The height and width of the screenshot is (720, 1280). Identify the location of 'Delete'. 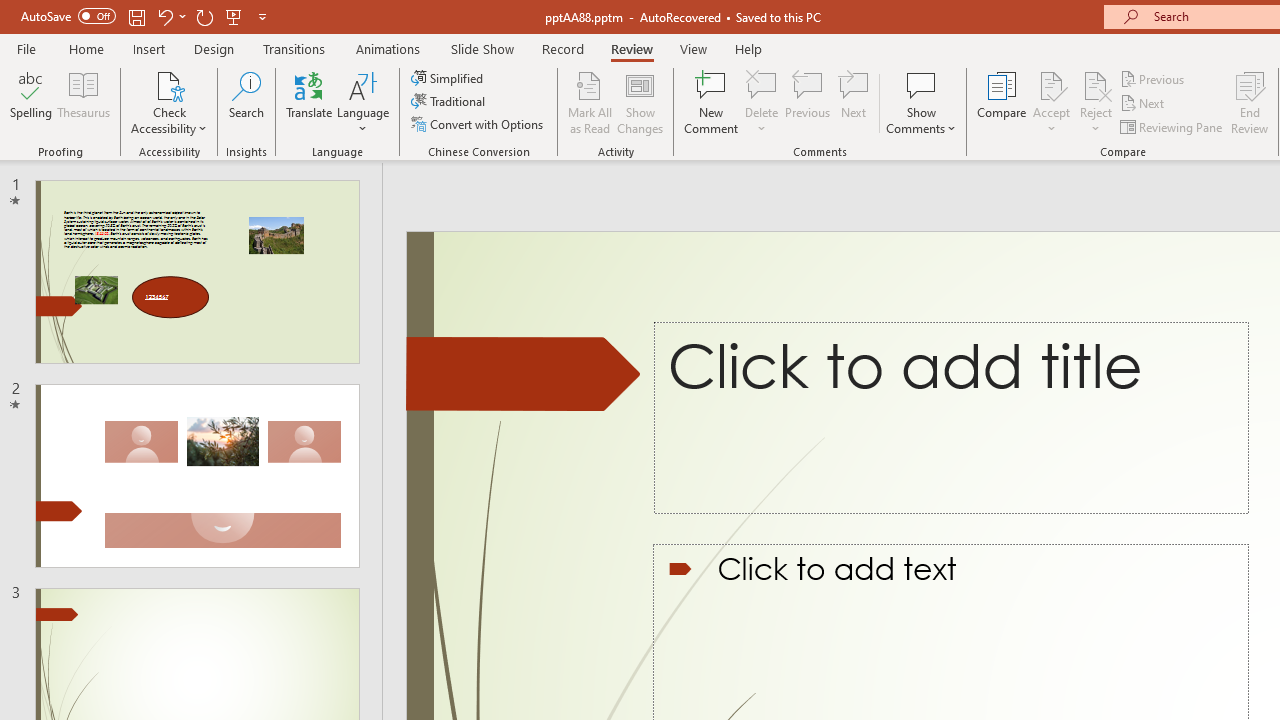
(761, 84).